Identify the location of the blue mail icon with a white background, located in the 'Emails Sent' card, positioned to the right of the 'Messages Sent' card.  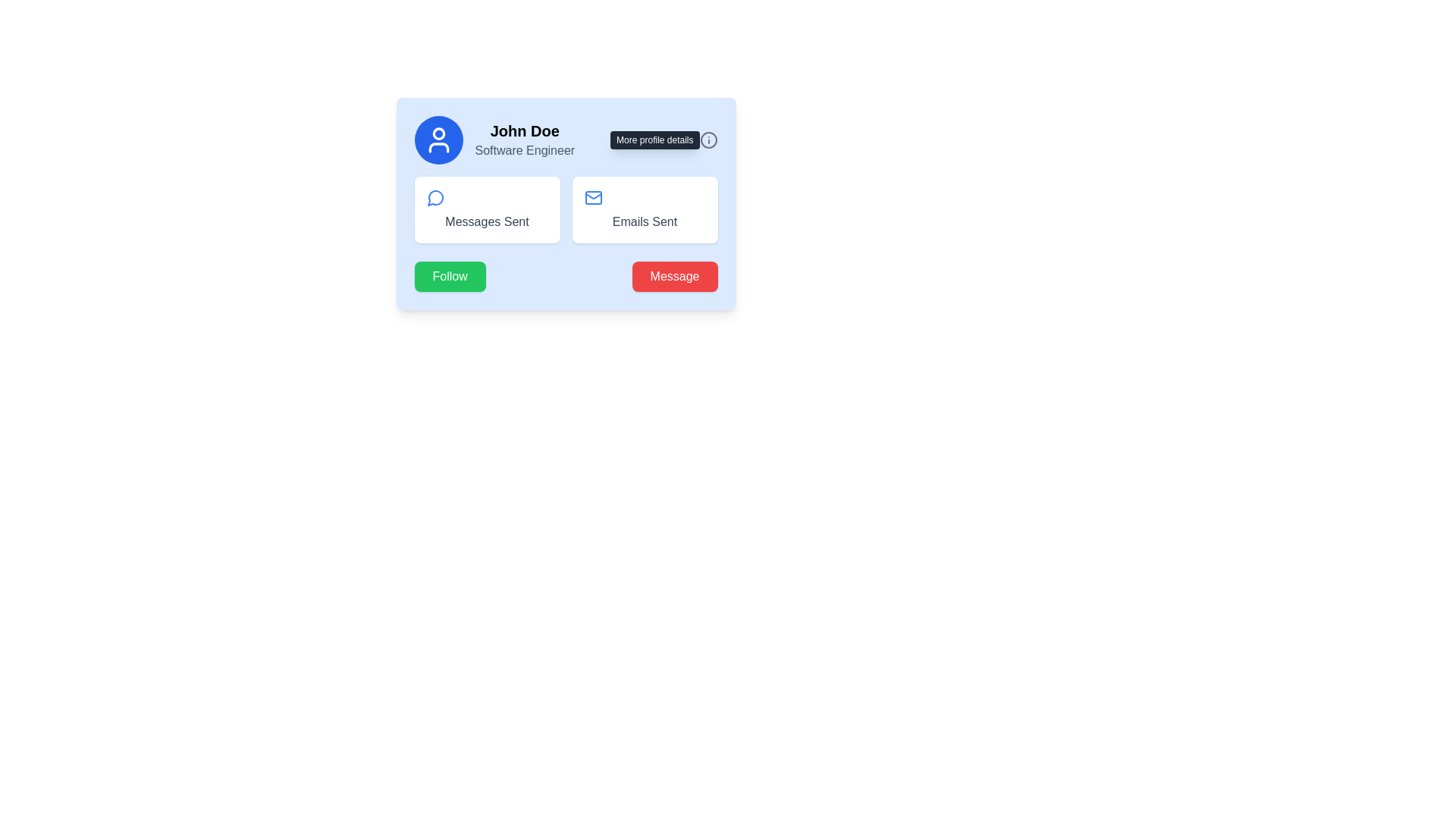
(592, 197).